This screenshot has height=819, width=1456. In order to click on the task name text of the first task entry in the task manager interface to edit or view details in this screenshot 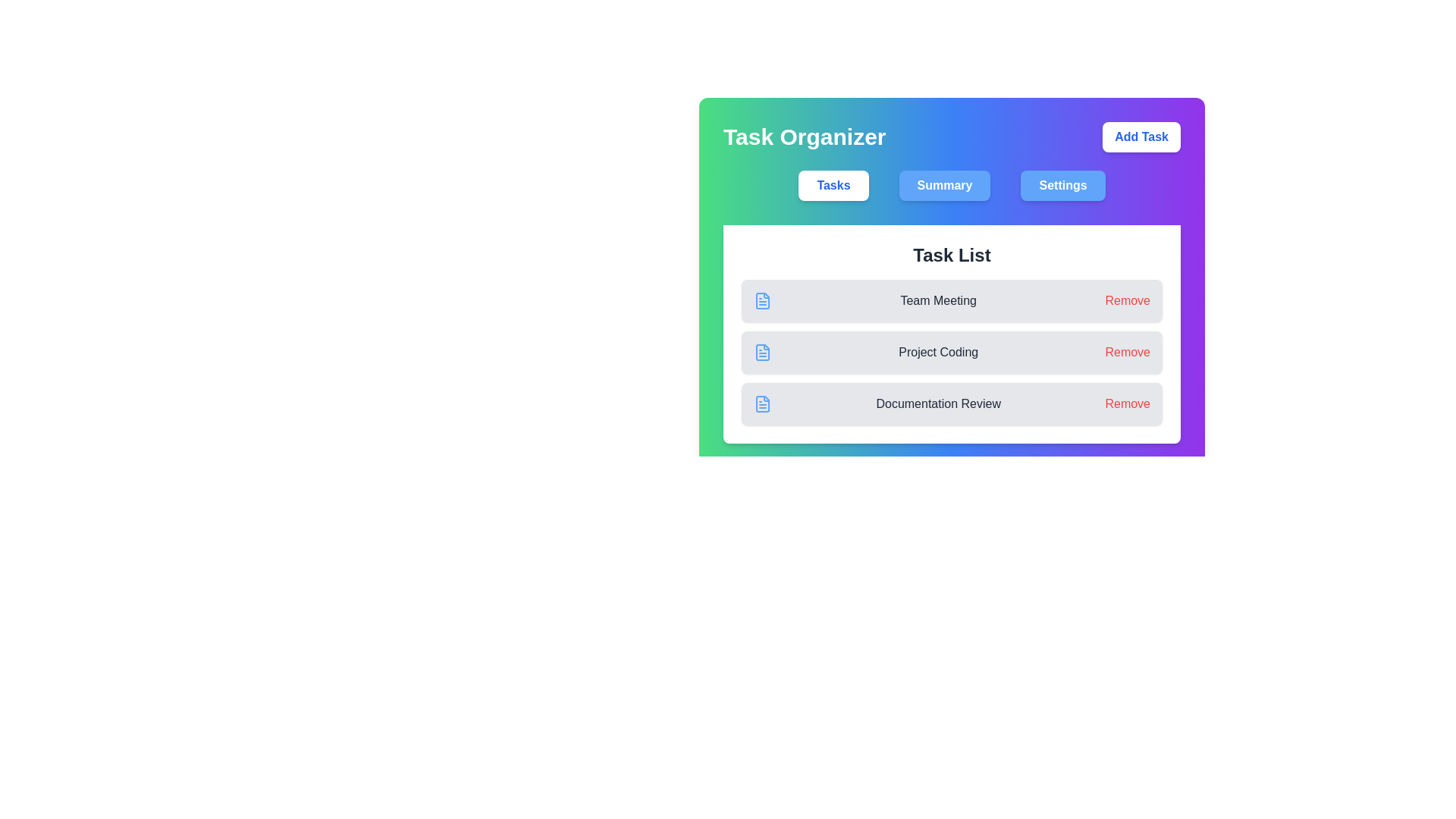, I will do `click(951, 301)`.